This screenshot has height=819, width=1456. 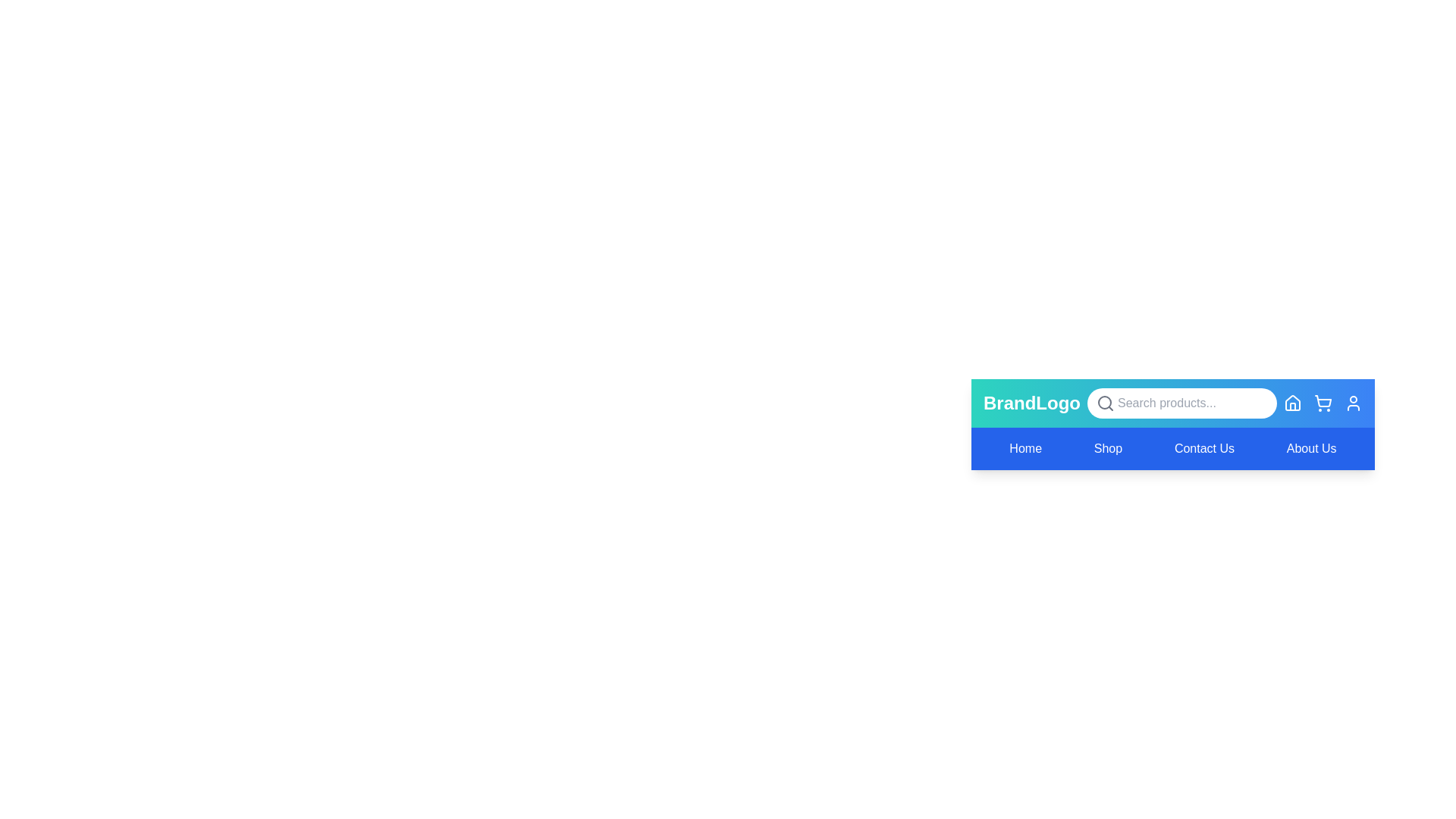 What do you see at coordinates (1310, 447) in the screenshot?
I see `the navigation menu item About Us` at bounding box center [1310, 447].